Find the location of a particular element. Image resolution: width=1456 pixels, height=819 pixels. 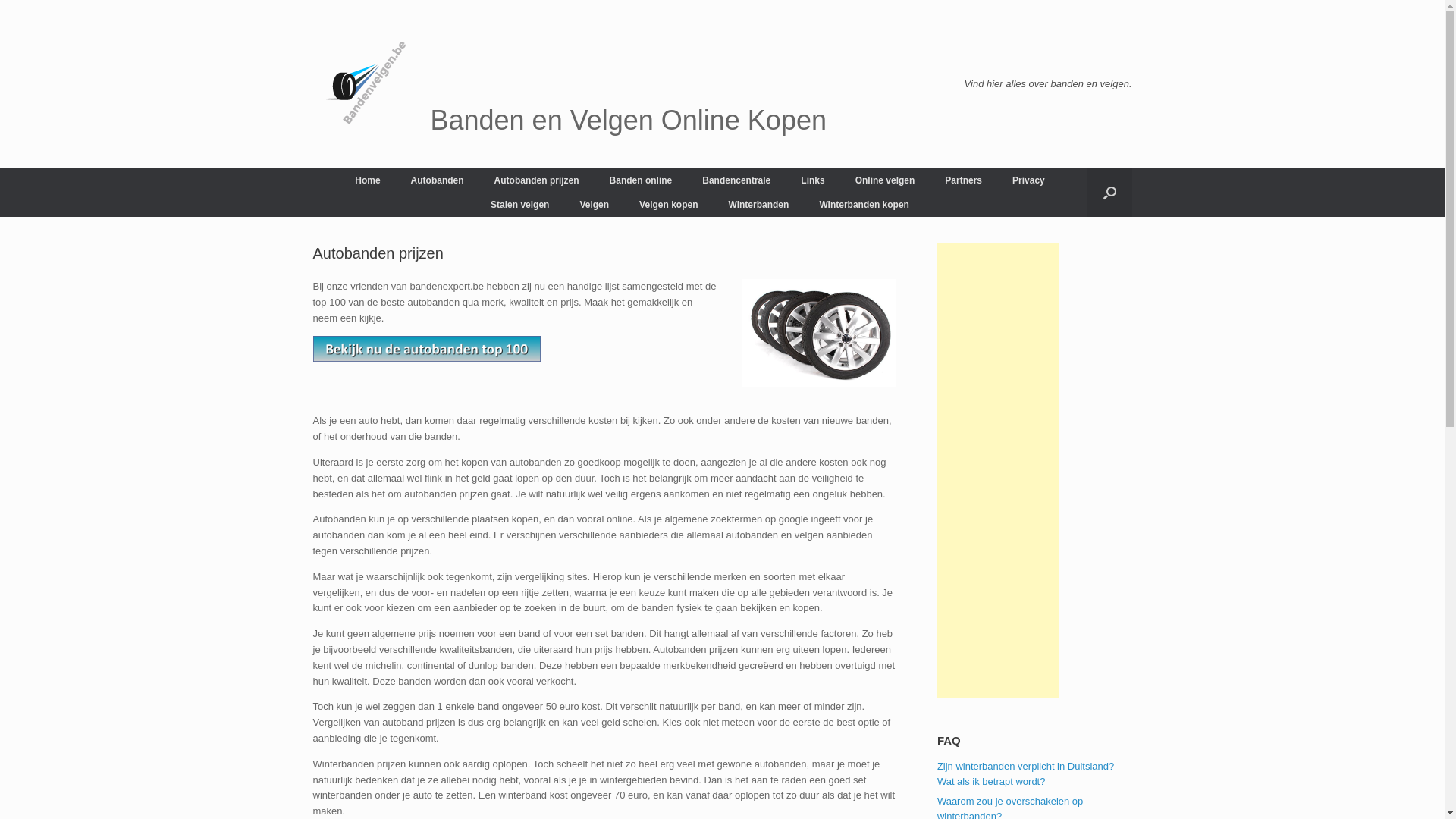

'Privacy' is located at coordinates (1028, 180).